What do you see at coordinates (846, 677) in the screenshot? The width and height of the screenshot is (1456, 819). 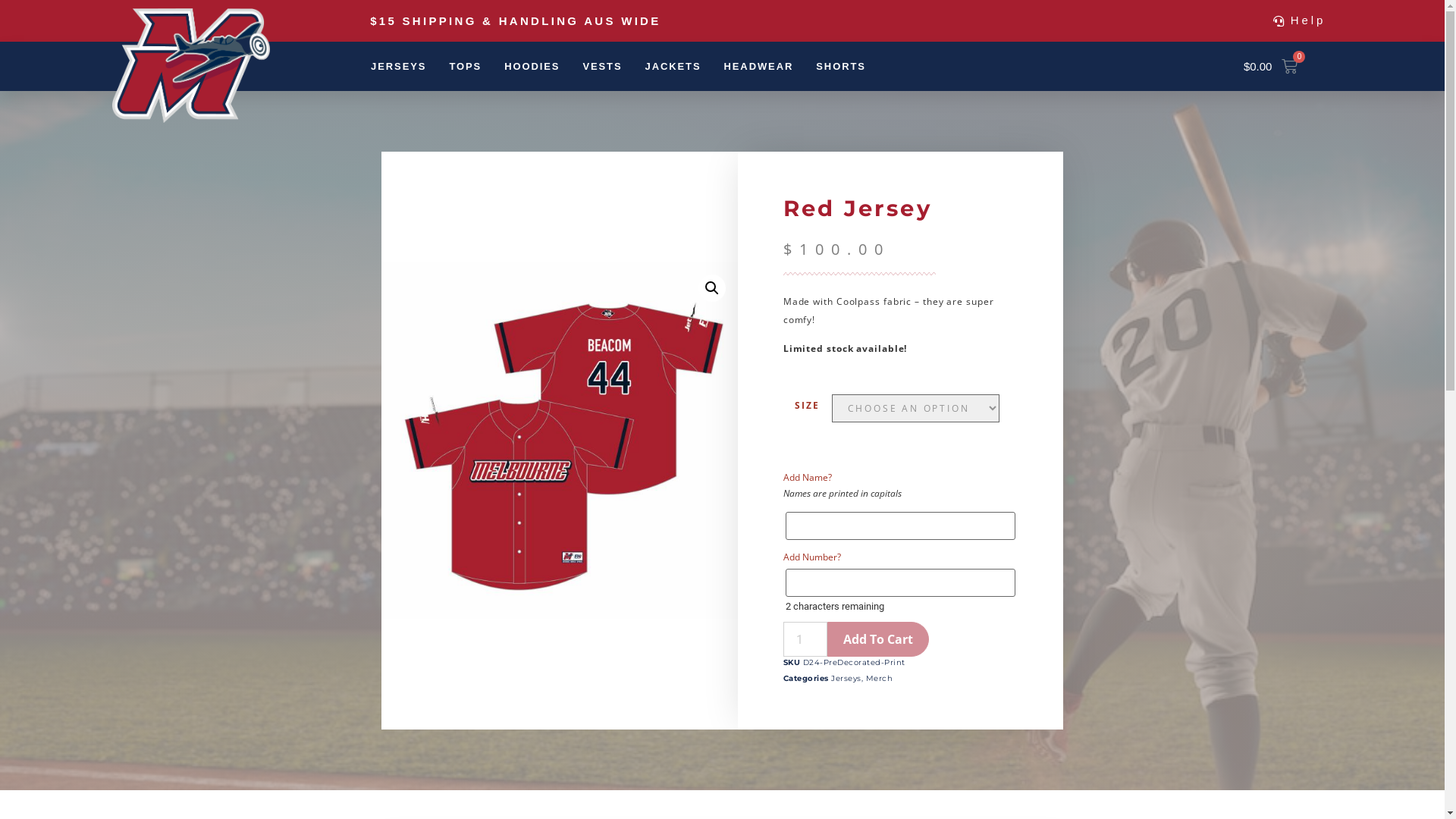 I see `'Jerseys'` at bounding box center [846, 677].